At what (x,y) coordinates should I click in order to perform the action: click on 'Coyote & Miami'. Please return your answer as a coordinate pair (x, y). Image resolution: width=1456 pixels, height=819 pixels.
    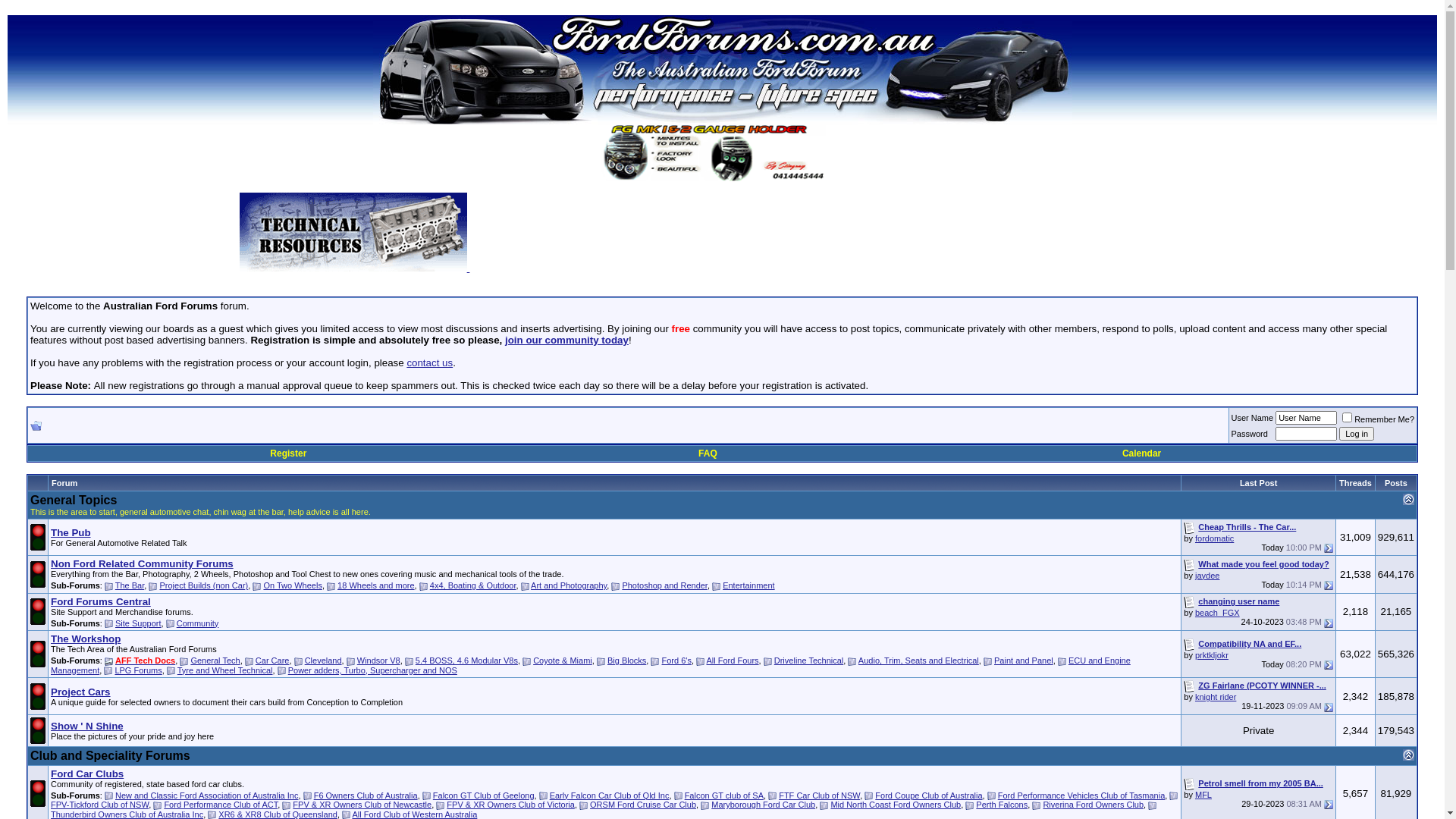
    Looking at the image, I should click on (562, 660).